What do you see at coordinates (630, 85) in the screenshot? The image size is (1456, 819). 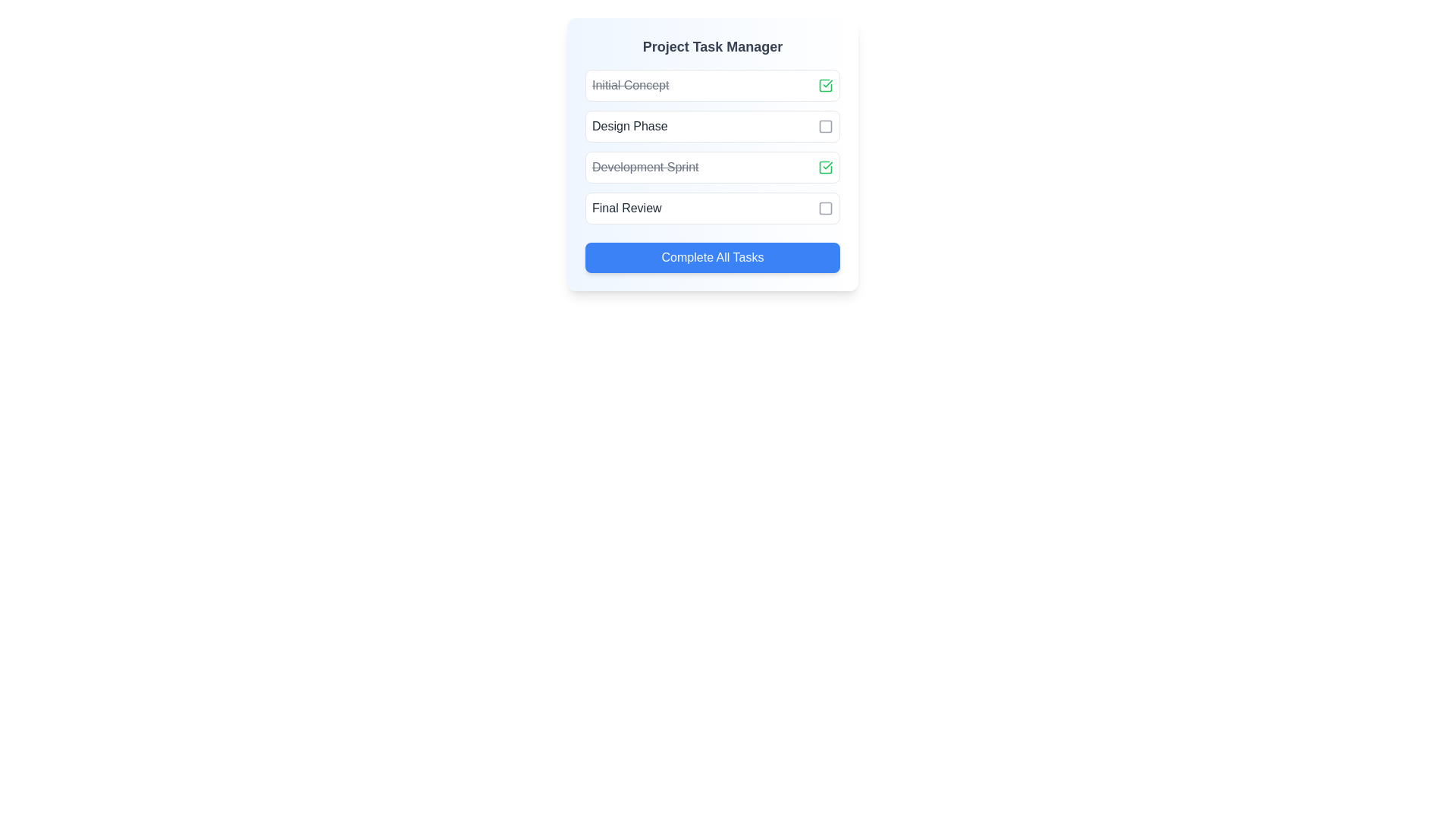 I see `the text display labeled 'Initial Concept' which has a gray strikethrough font, located in the first row of the 'Project Task Manager' list` at bounding box center [630, 85].